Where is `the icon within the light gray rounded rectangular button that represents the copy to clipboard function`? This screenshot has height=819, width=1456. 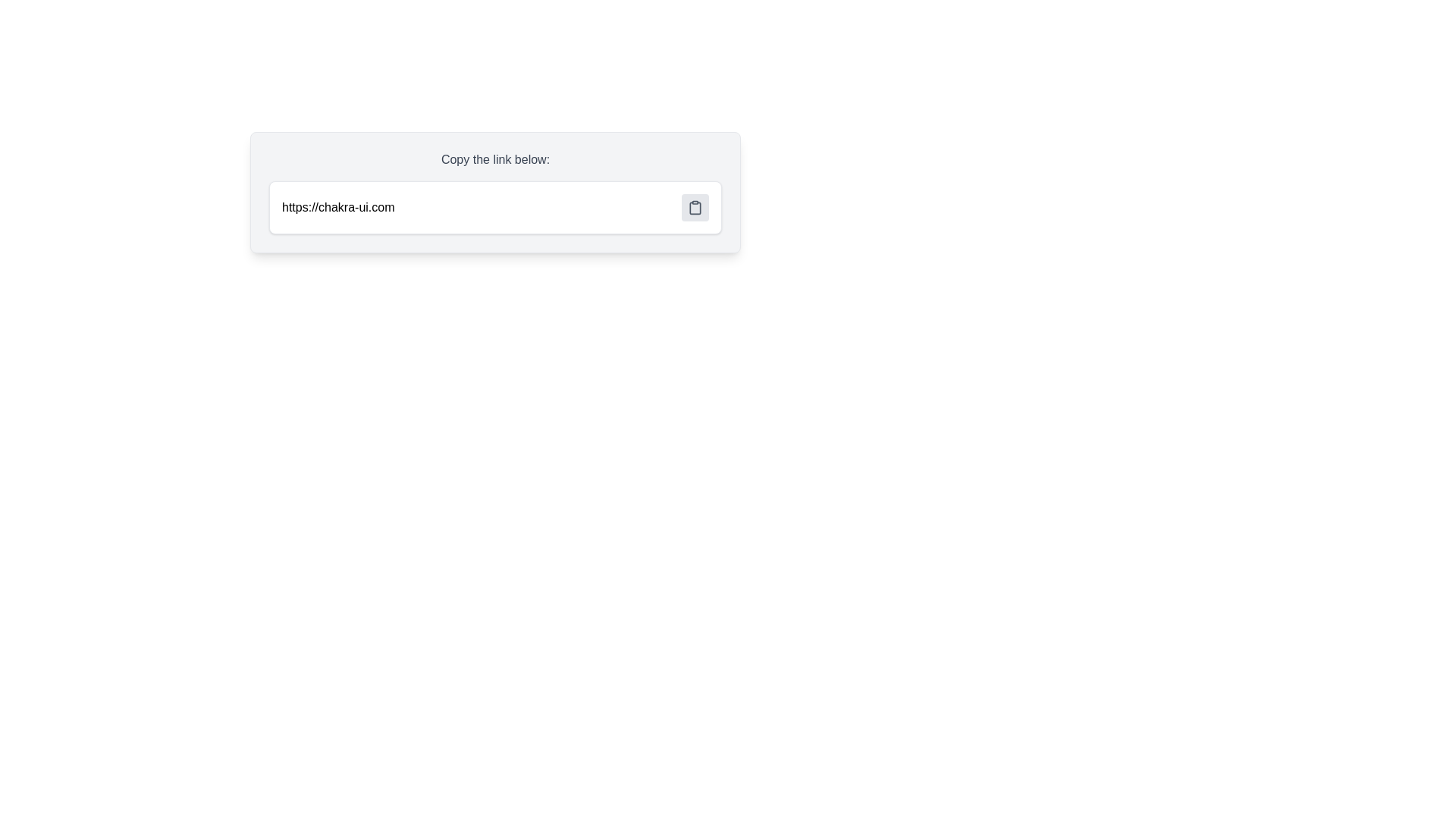 the icon within the light gray rounded rectangular button that represents the copy to clipboard function is located at coordinates (694, 207).